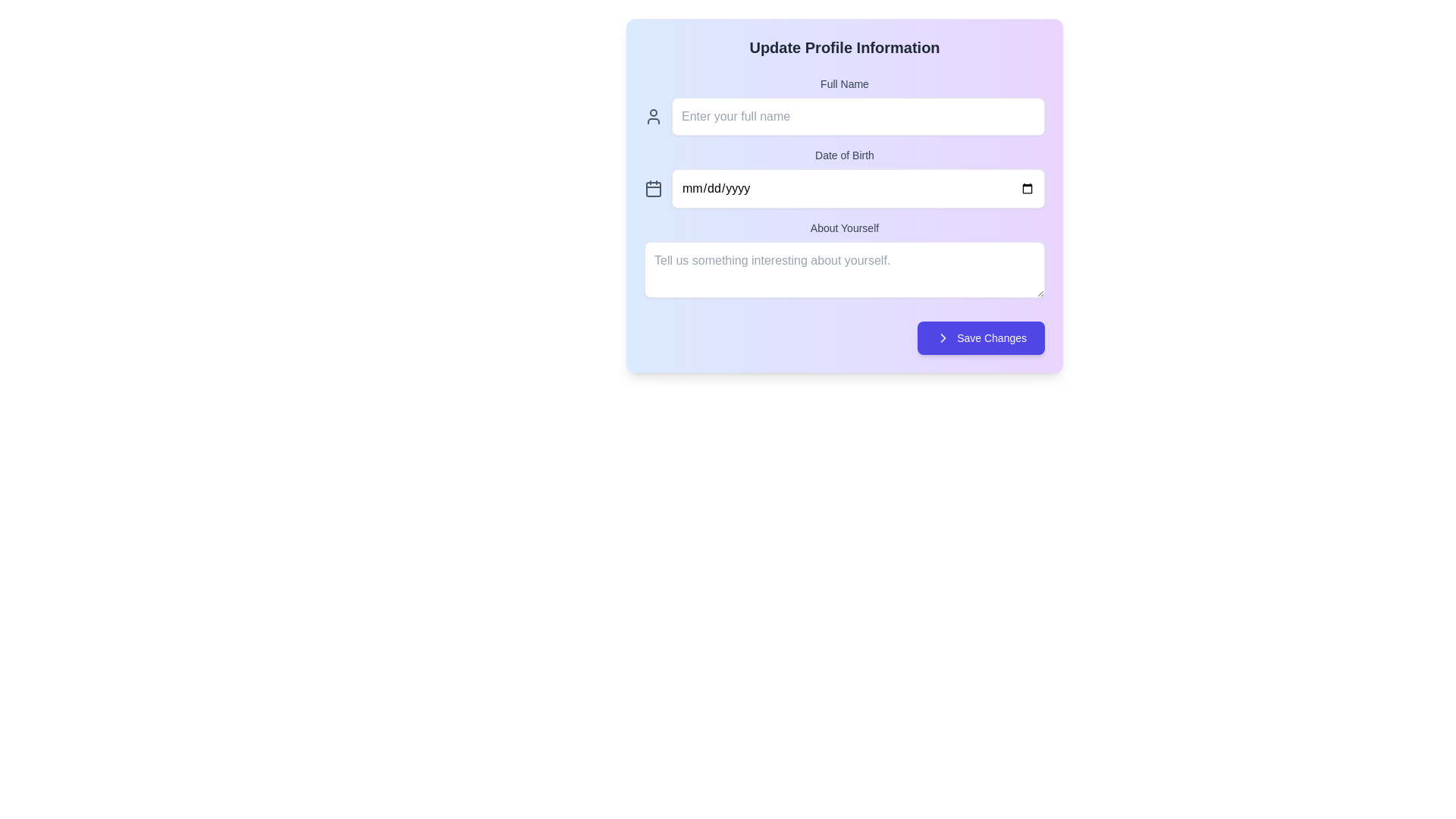 Image resolution: width=1456 pixels, height=819 pixels. I want to click on the icon located on the right-hand side of the 'Save Changes' button, so click(943, 337).